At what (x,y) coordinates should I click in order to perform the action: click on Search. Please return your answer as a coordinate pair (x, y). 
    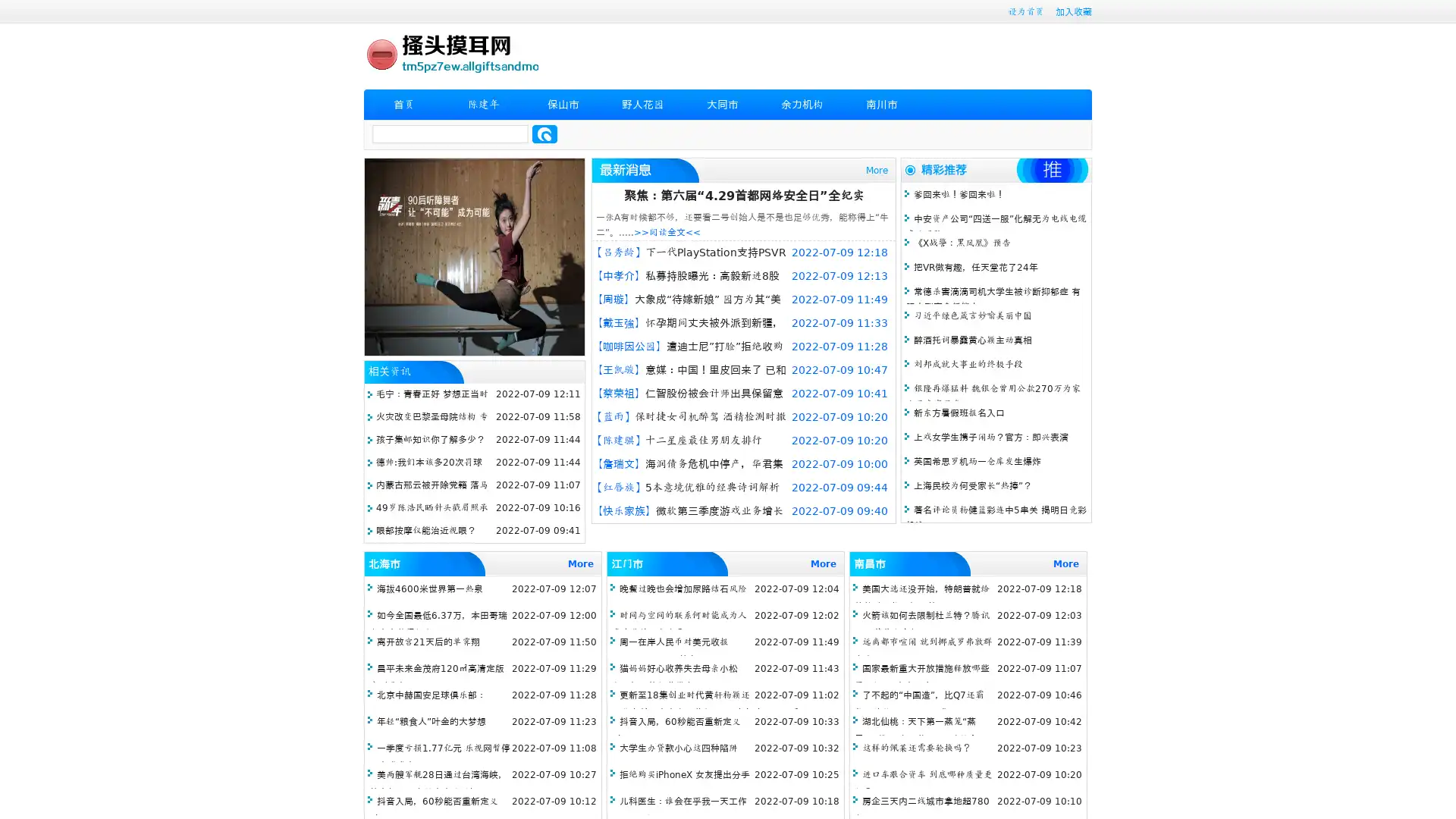
    Looking at the image, I should click on (544, 133).